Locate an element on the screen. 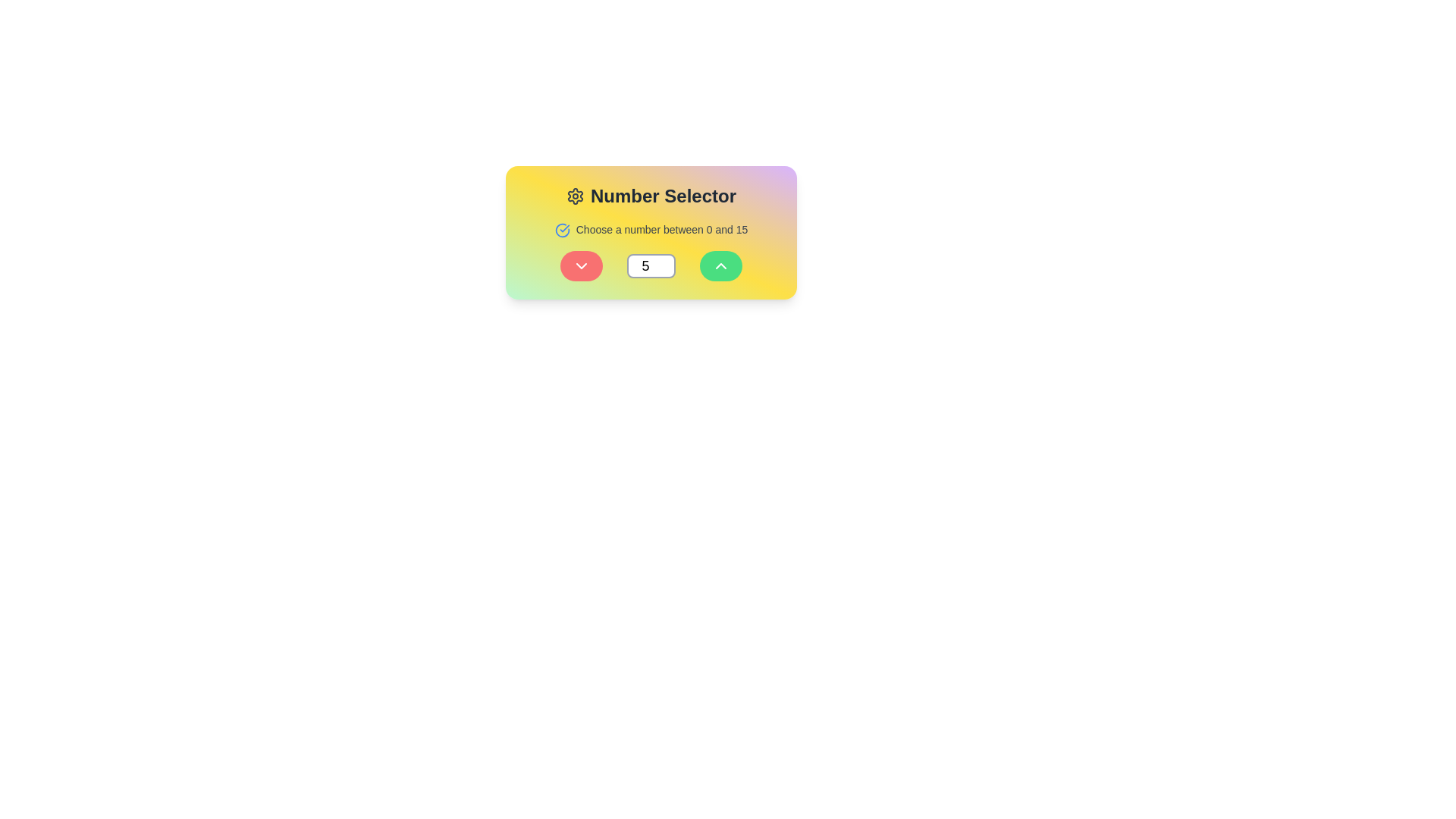 The width and height of the screenshot is (1456, 819). the informational text label that provides guidance on the range of numbers for the input field and buttons, positioned beneath the title 'Number Selector' is located at coordinates (651, 230).